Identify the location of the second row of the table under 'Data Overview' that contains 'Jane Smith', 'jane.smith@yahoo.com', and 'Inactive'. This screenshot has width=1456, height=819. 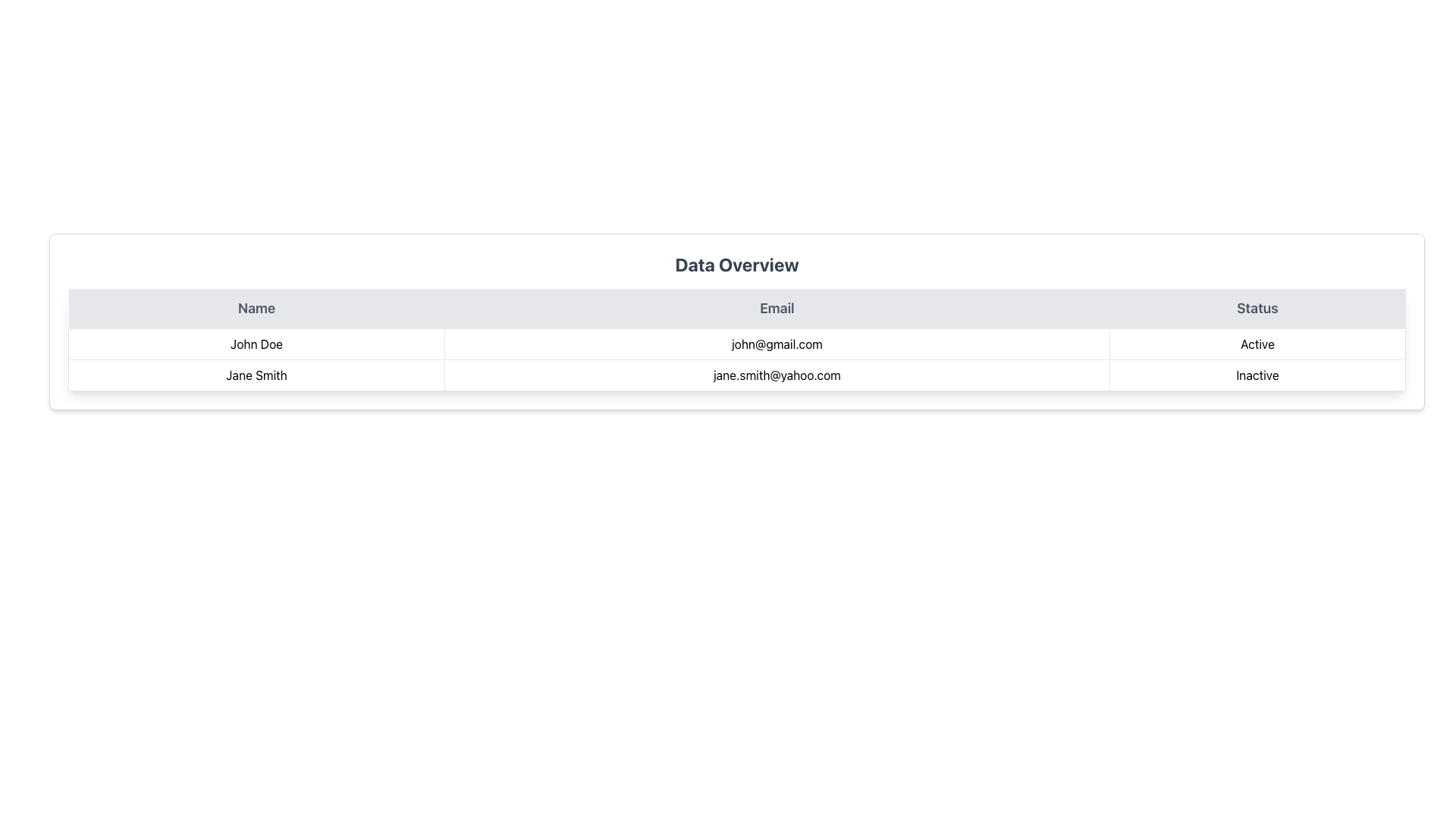
(736, 375).